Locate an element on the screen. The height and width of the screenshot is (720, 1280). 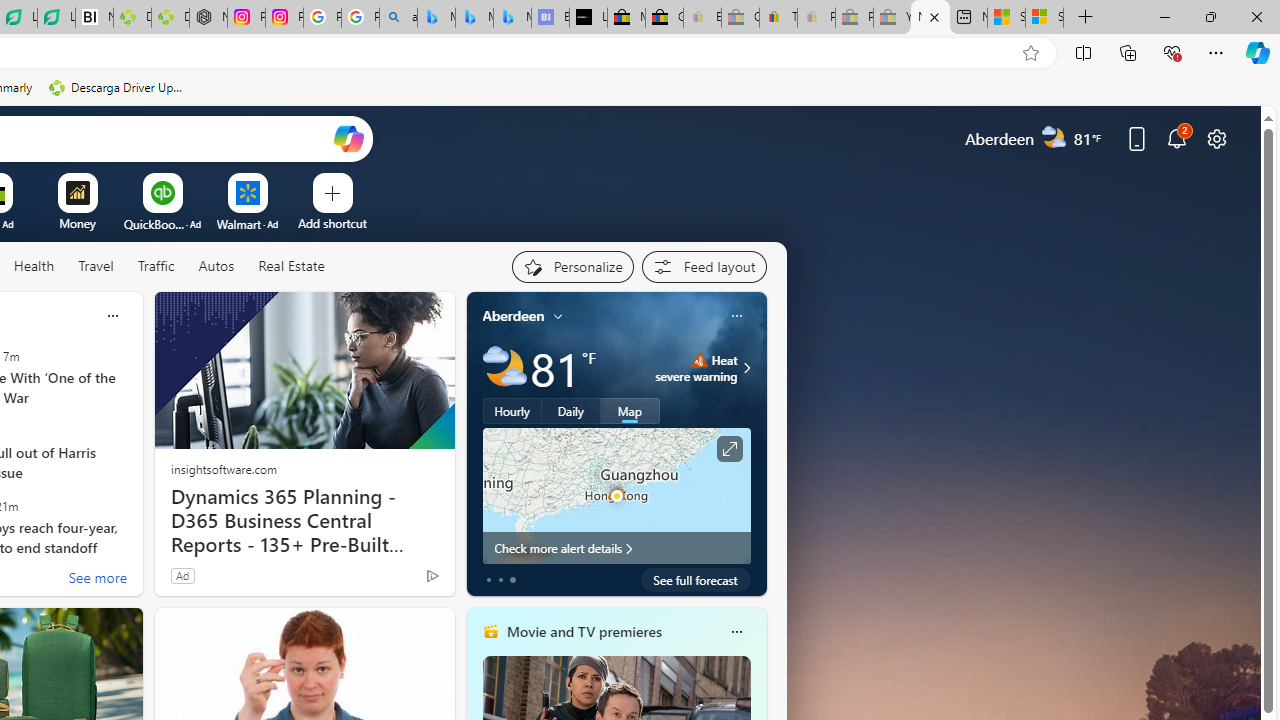
'Health' is located at coordinates (34, 265).